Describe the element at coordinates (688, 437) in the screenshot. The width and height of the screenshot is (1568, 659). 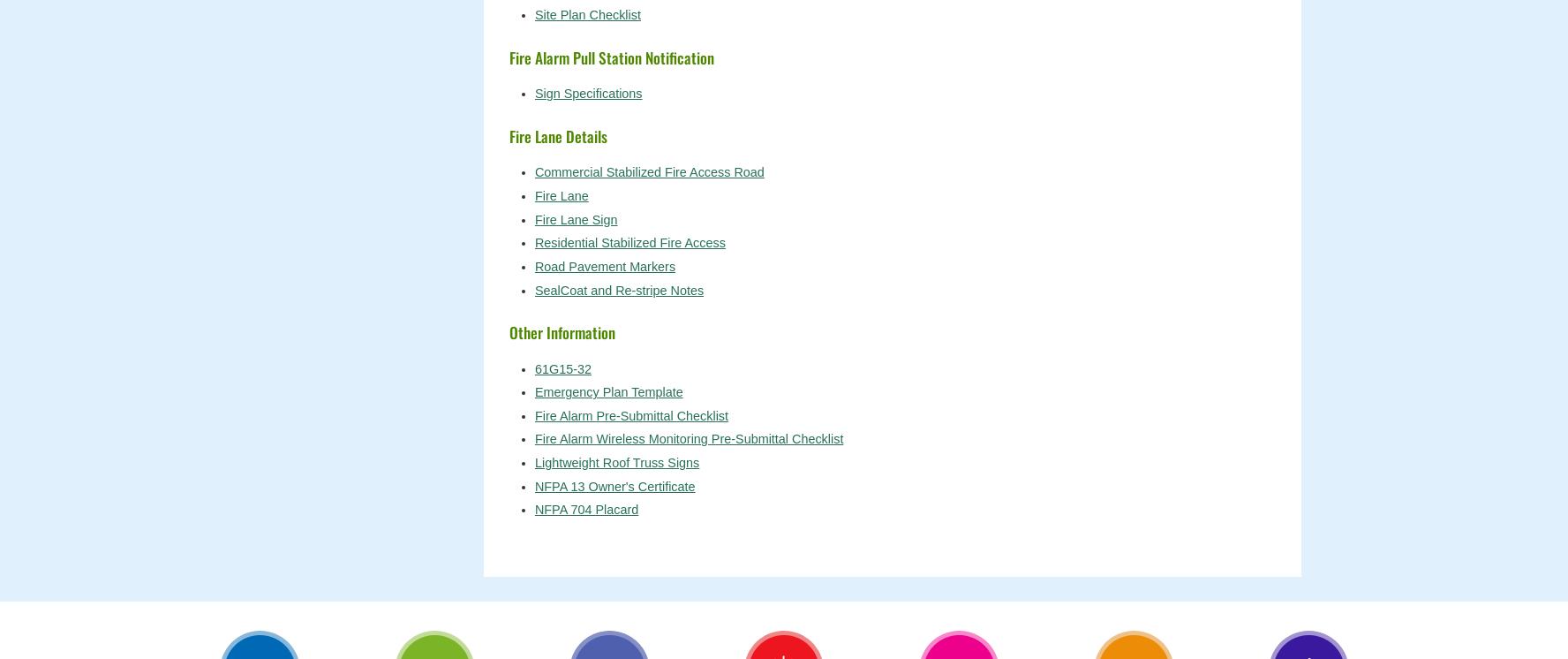
I see `'Fire Alarm Wireless Monitoring Pre-Submittal Checklist'` at that location.